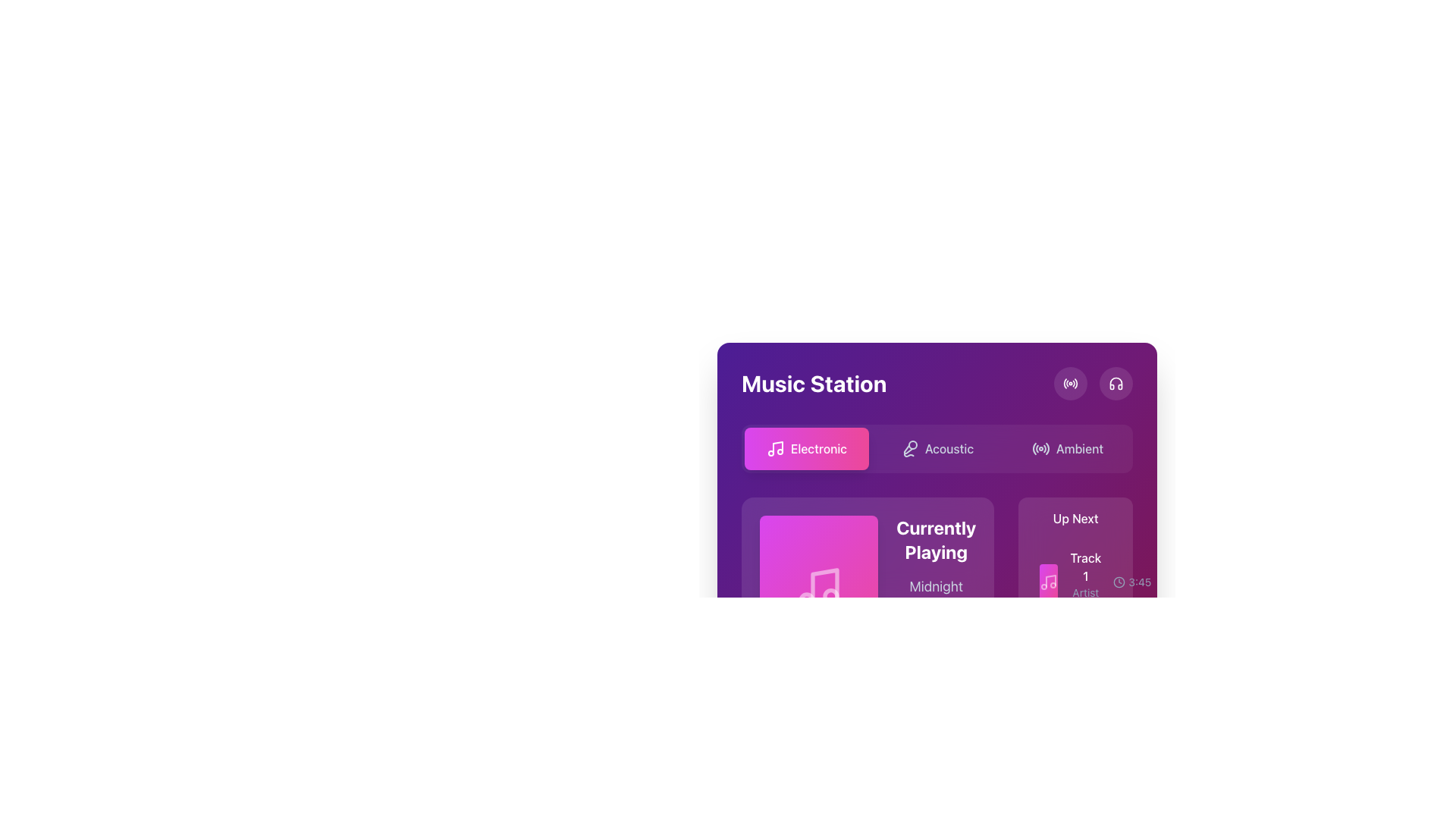 This screenshot has height=819, width=1456. Describe the element at coordinates (1116, 382) in the screenshot. I see `the circular button with a white headphone icon on a purple background, located at the top-right corner of the music application interface, for additional options` at that location.